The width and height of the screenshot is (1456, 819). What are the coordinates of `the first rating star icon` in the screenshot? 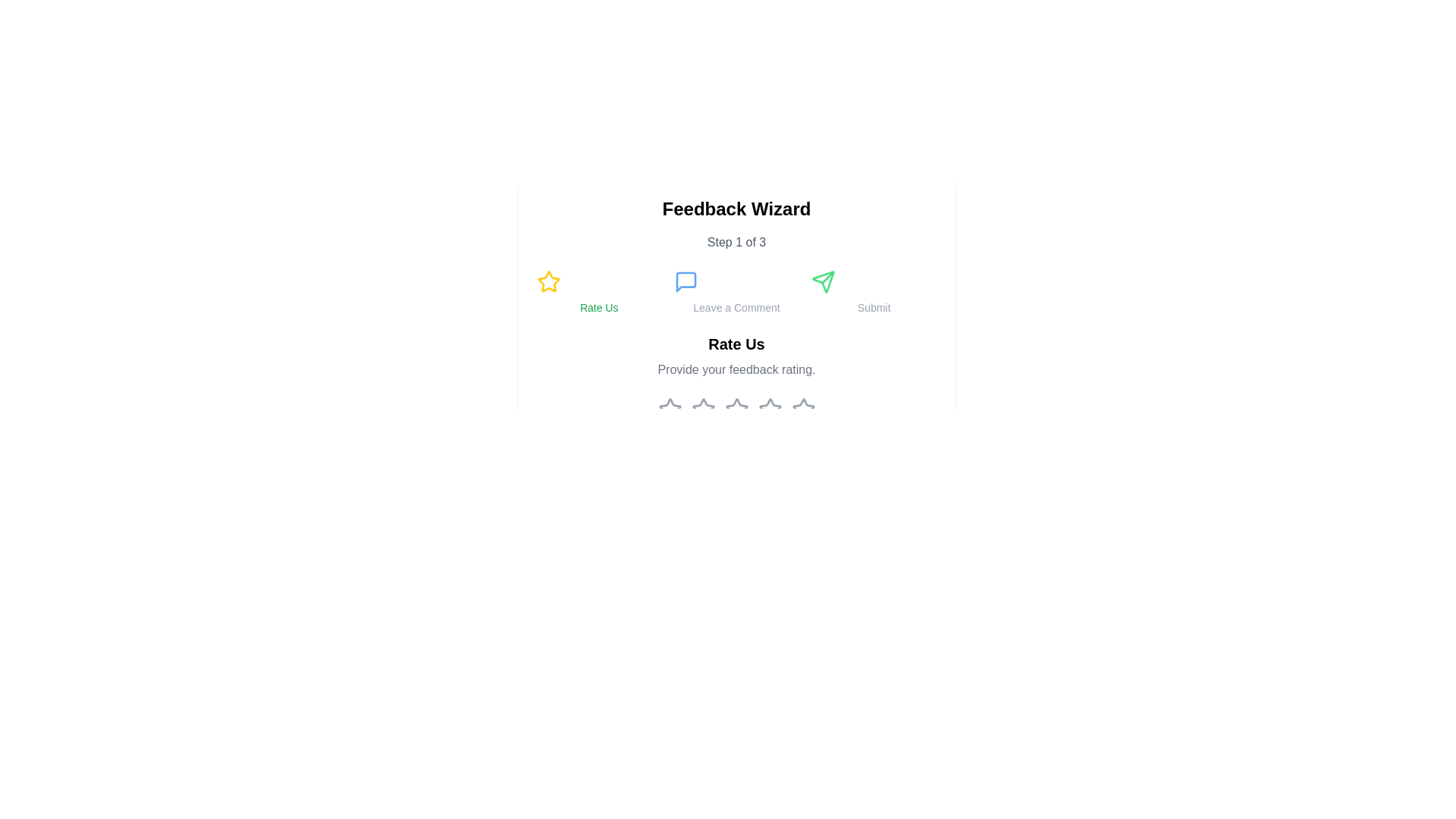 It's located at (669, 409).